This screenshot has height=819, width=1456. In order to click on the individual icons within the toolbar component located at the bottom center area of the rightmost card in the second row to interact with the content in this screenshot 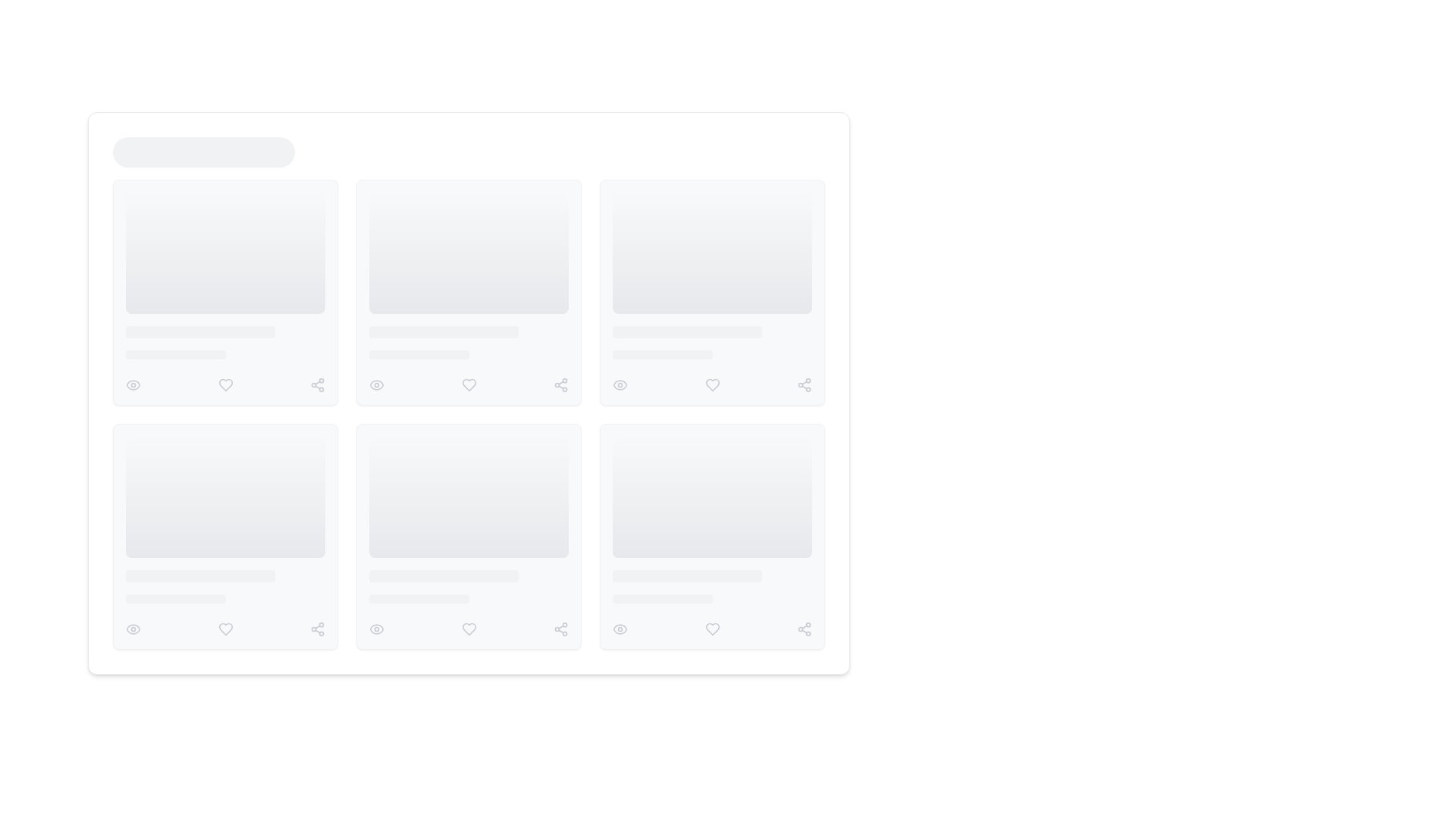, I will do `click(711, 626)`.